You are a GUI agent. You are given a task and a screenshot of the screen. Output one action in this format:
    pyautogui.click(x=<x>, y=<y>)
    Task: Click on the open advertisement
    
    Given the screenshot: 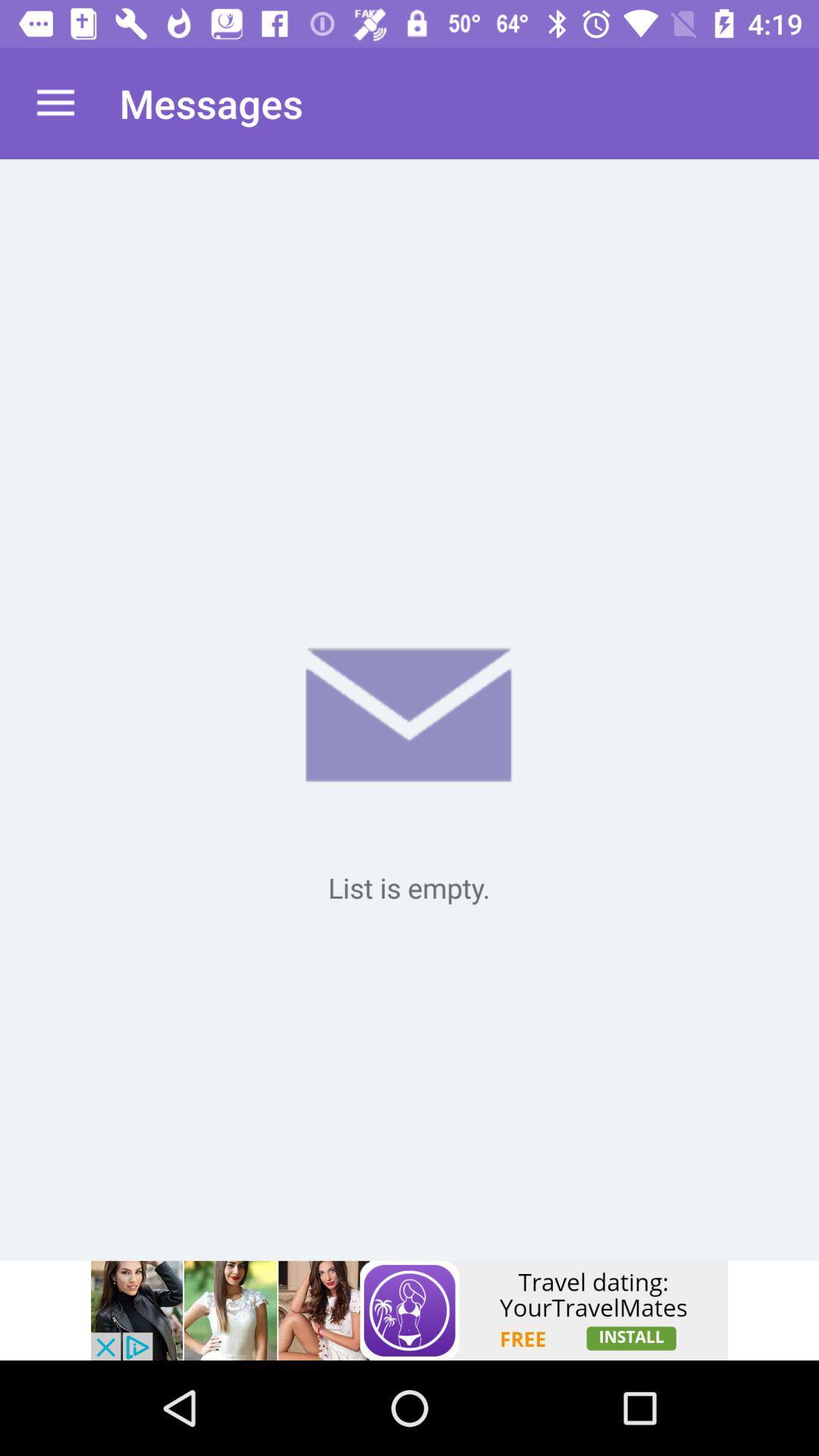 What is the action you would take?
    pyautogui.click(x=409, y=1310)
    